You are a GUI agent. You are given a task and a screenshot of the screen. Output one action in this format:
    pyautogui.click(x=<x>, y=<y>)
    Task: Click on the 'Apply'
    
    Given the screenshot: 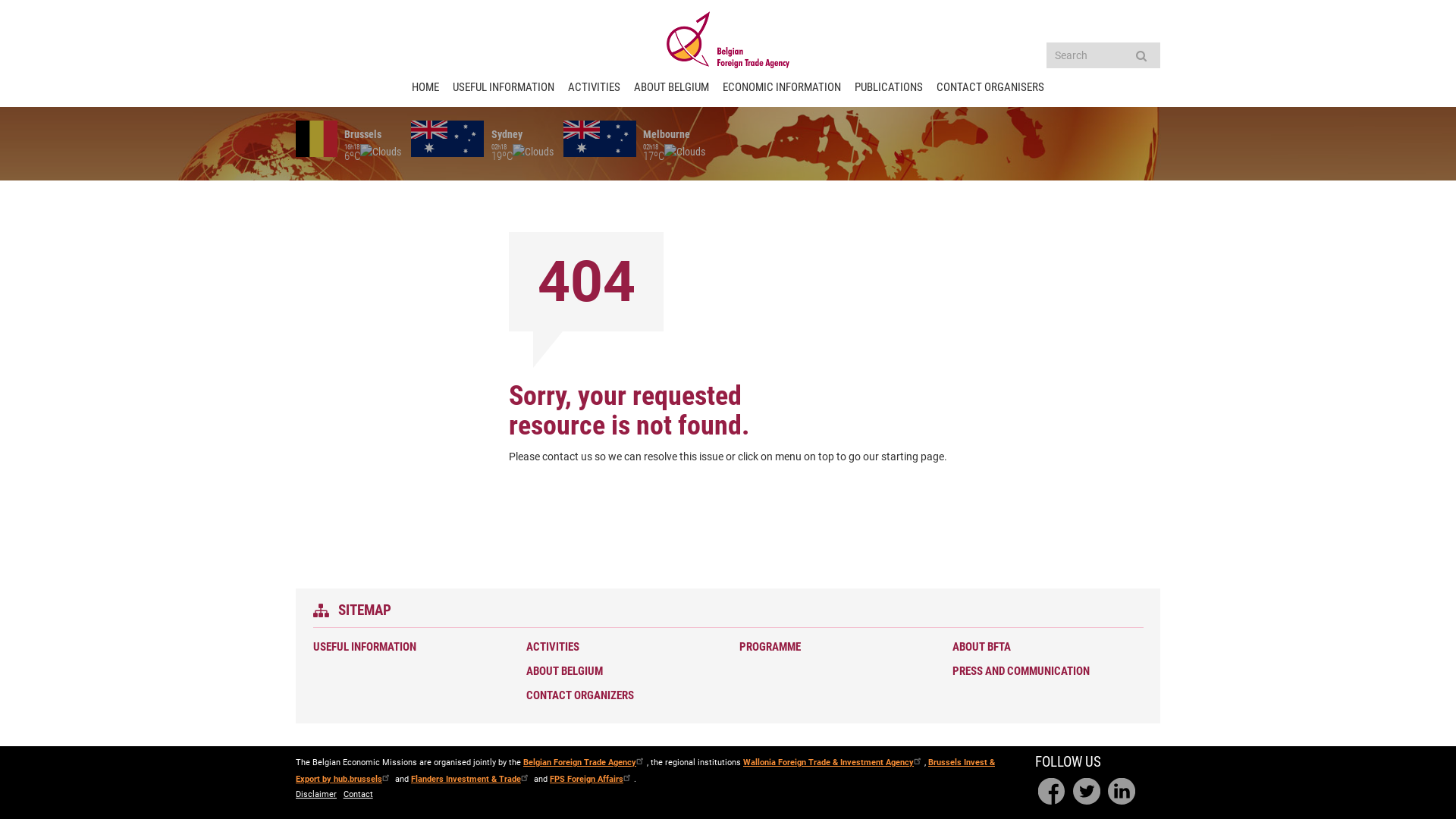 What is the action you would take?
    pyautogui.click(x=1140, y=55)
    